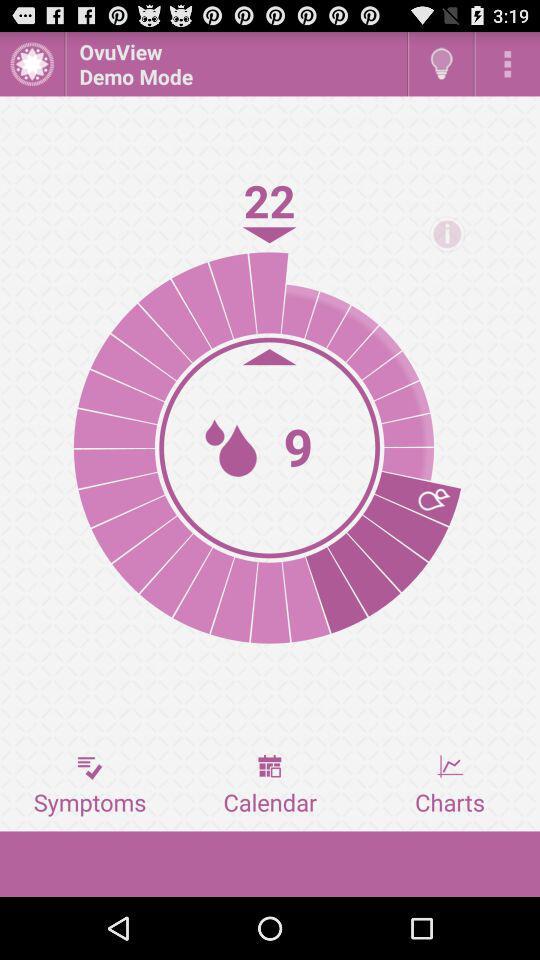 The width and height of the screenshot is (540, 960). I want to click on ovuview, so click(235, 63).